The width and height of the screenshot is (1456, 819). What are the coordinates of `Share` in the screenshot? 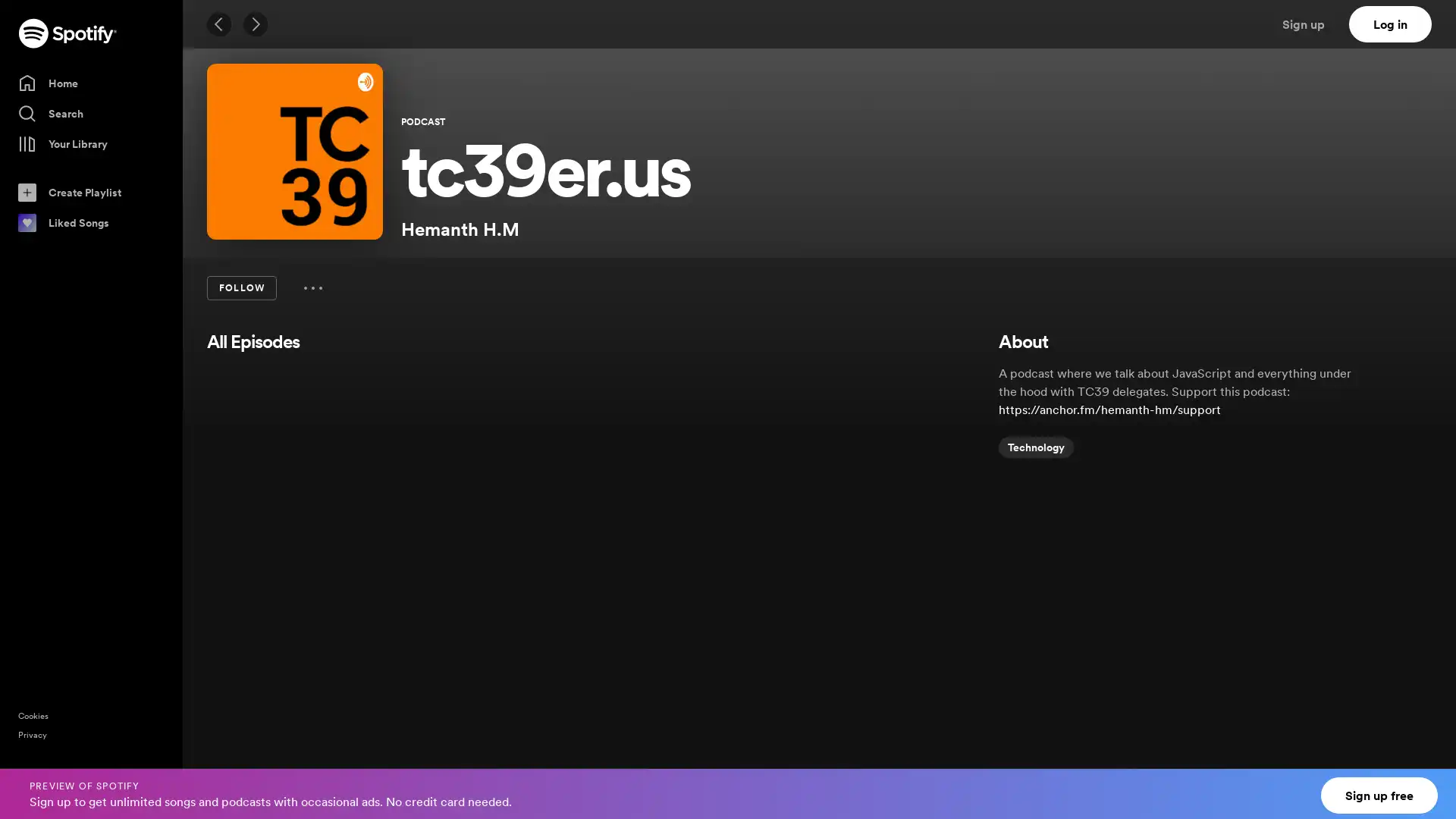 It's located at (895, 450).